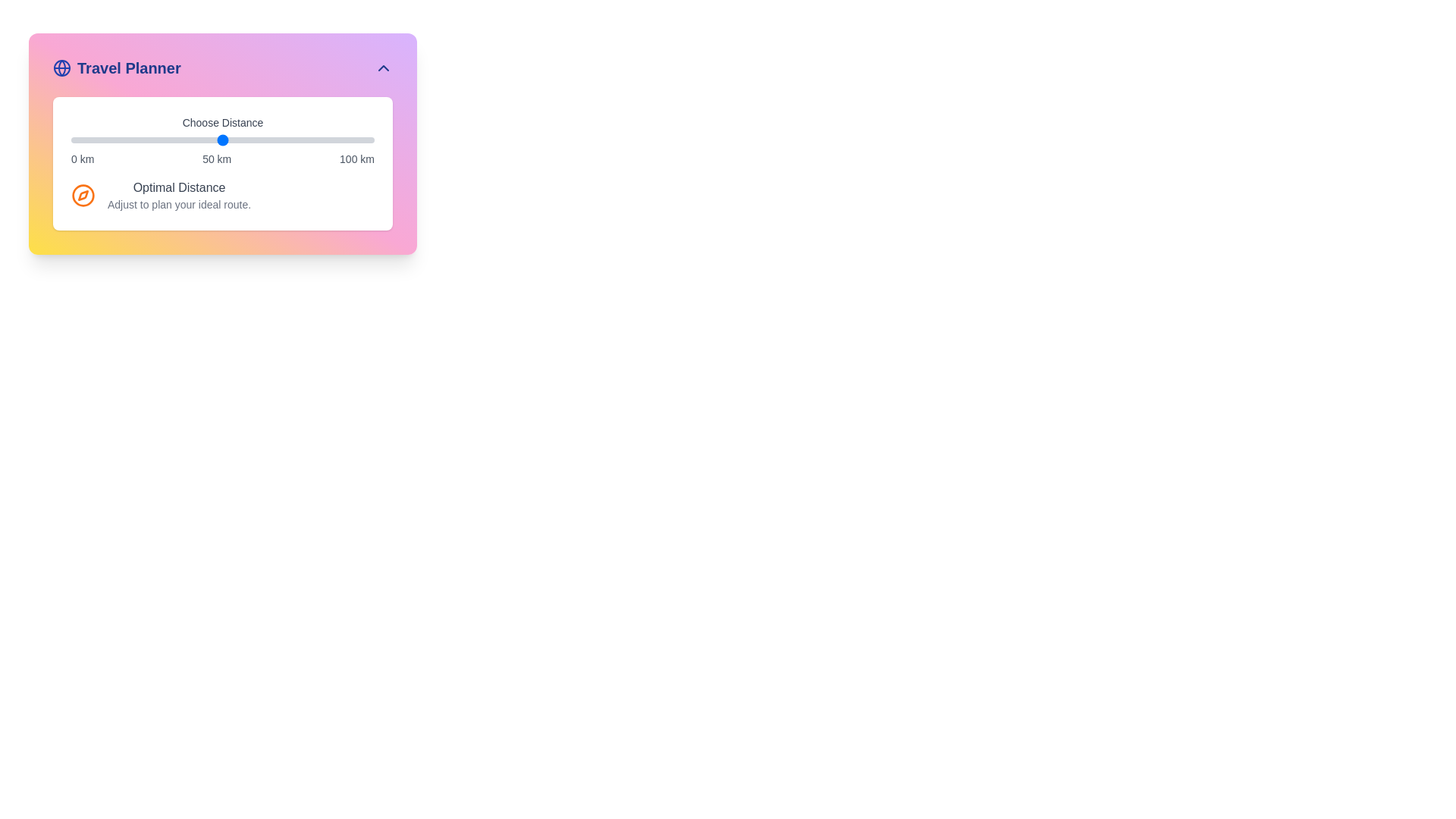  Describe the element at coordinates (340, 140) in the screenshot. I see `the distance slider` at that location.